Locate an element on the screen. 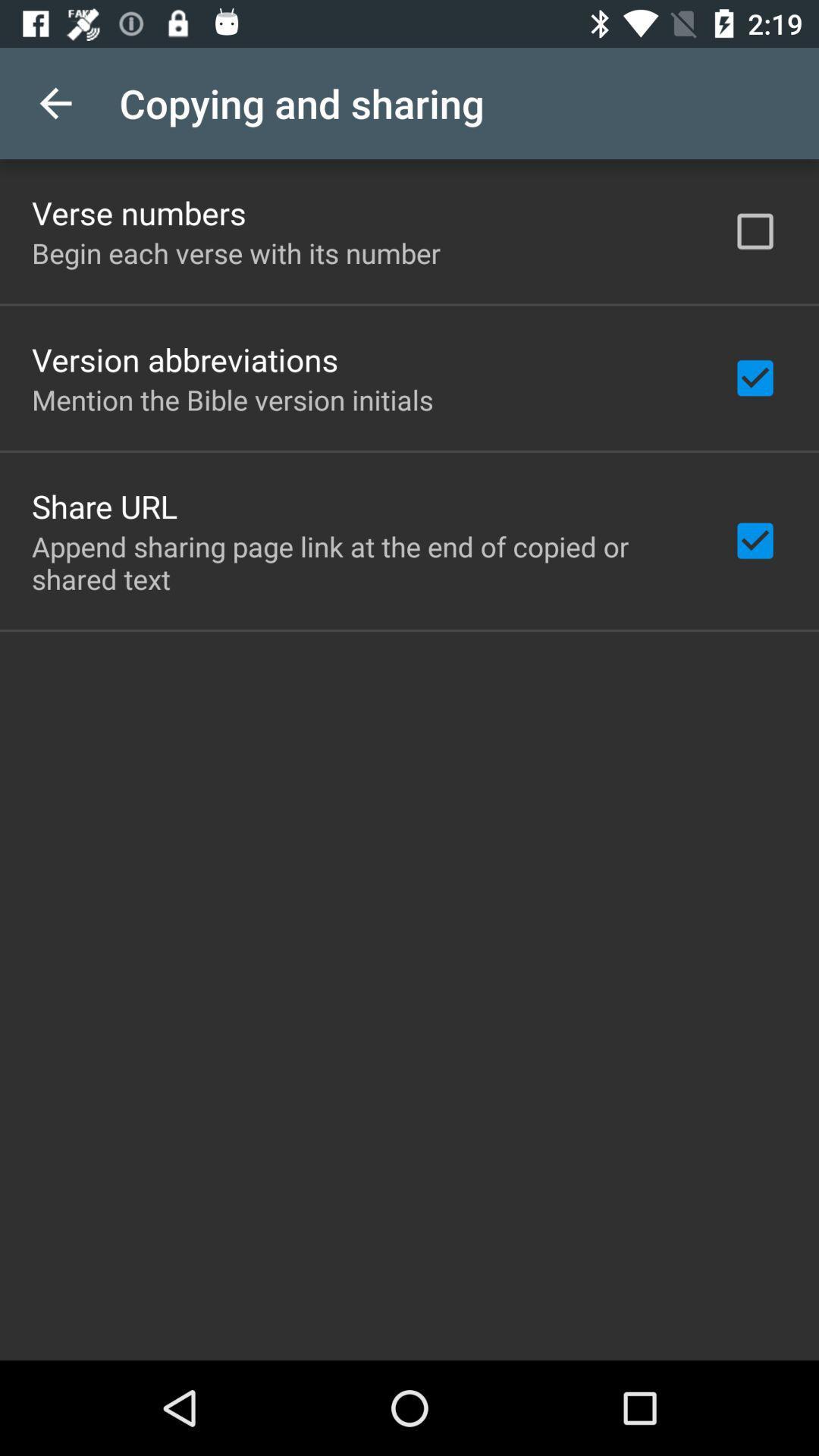 Image resolution: width=819 pixels, height=1456 pixels. icon below mention the bible icon is located at coordinates (104, 506).